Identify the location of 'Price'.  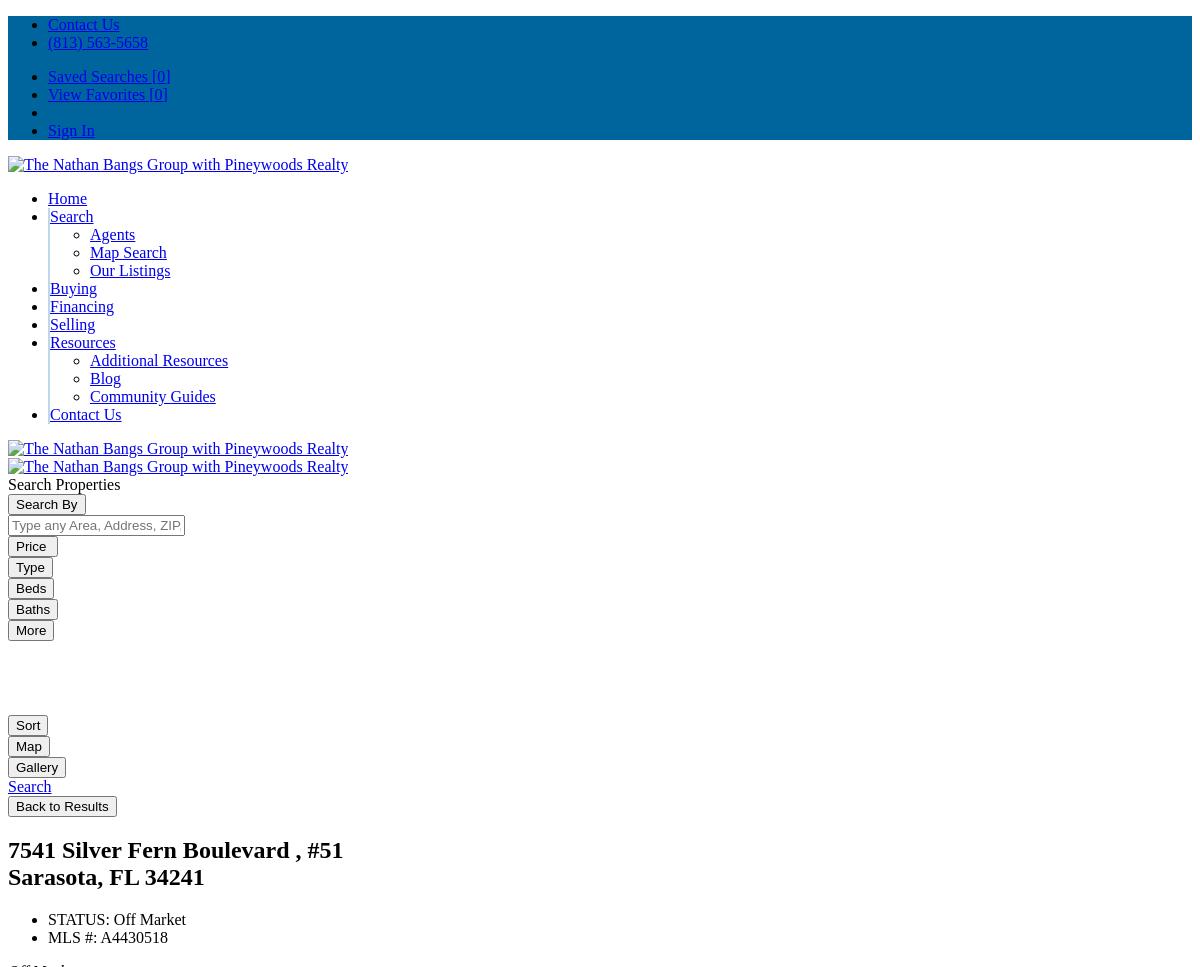
(33, 546).